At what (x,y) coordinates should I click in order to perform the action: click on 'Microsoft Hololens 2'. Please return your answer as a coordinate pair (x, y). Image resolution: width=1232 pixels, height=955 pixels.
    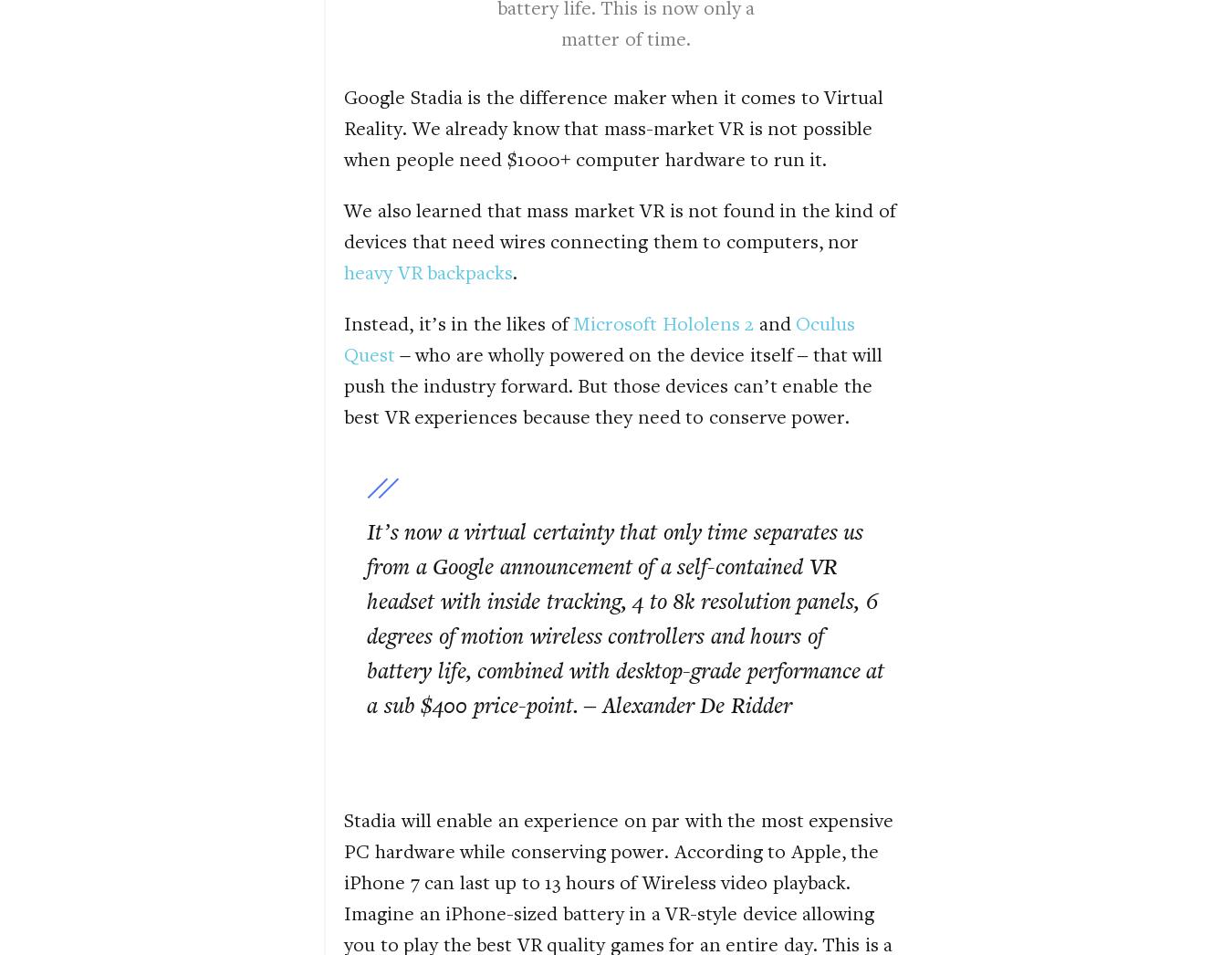
    Looking at the image, I should click on (573, 321).